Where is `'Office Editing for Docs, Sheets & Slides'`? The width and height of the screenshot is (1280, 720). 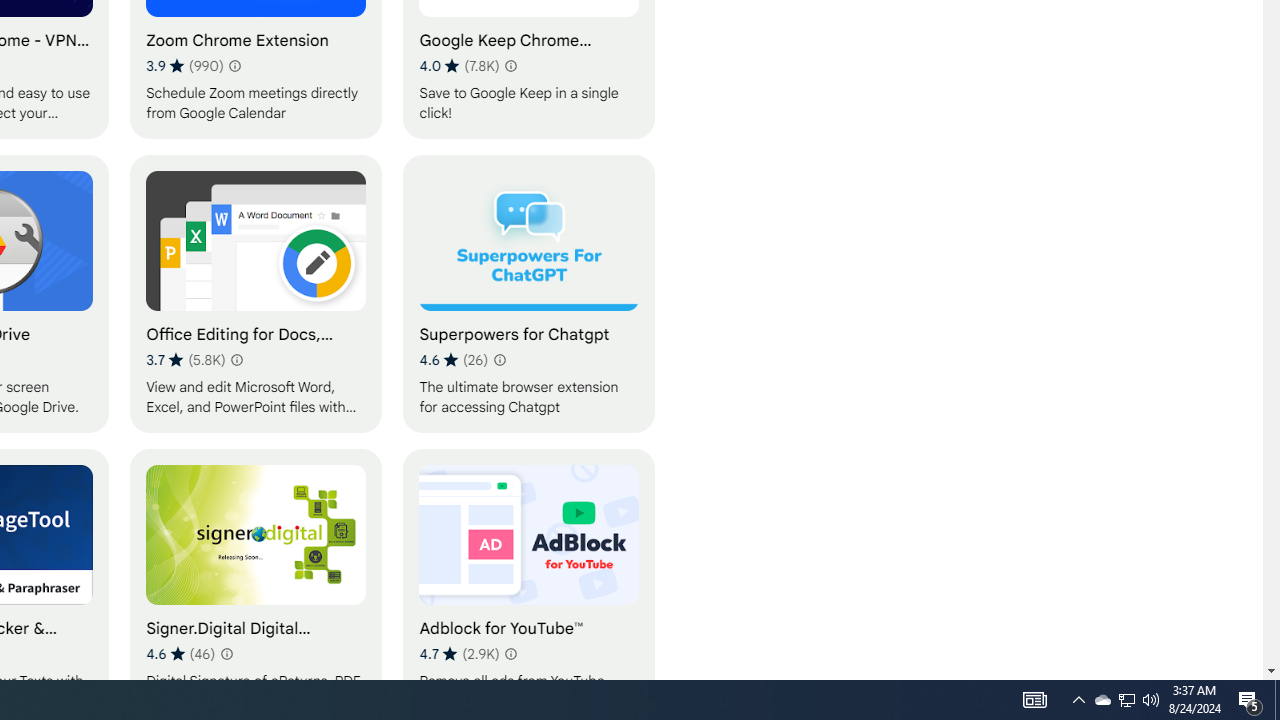 'Office Editing for Docs, Sheets & Slides' is located at coordinates (255, 293).